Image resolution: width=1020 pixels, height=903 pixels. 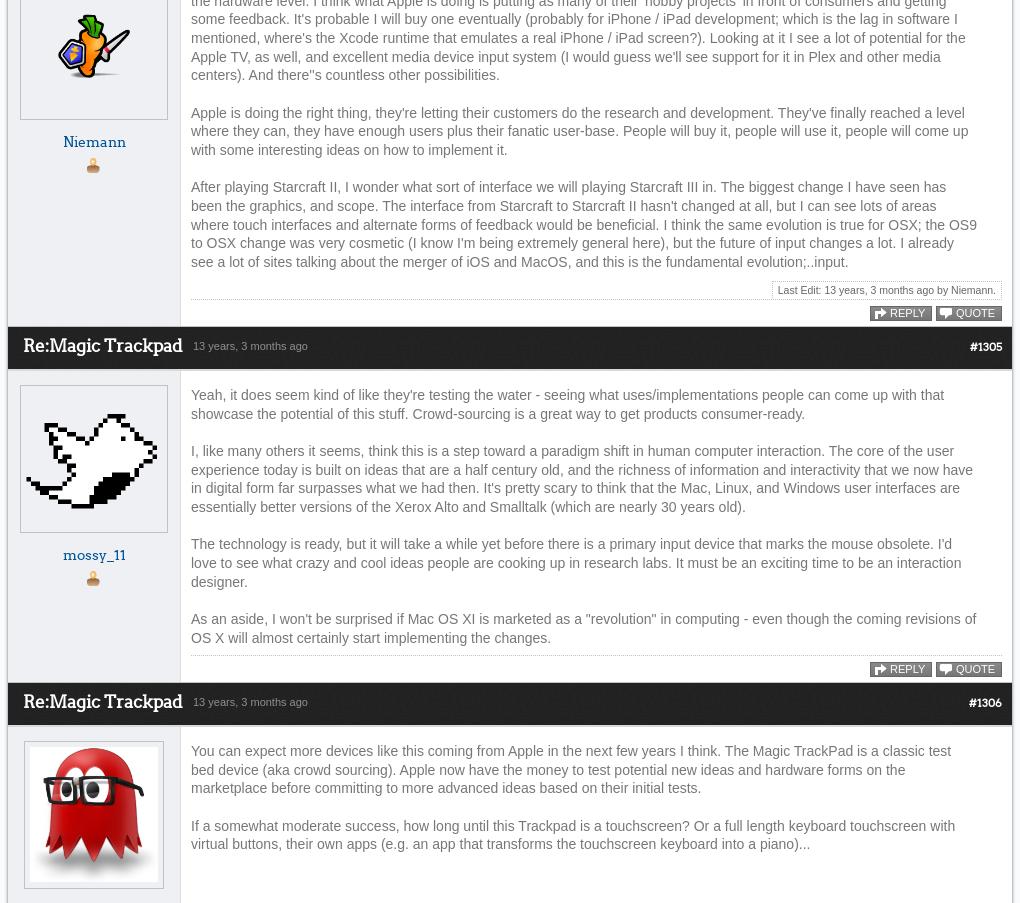 I want to click on 'Yeah, it does seem kind of like they're testing the water - seeing what uses/implementations people can come up with that showcase the potential of this stuff. Crowd-sourcing is a great way to get products consumer-ready.', so click(x=567, y=403).